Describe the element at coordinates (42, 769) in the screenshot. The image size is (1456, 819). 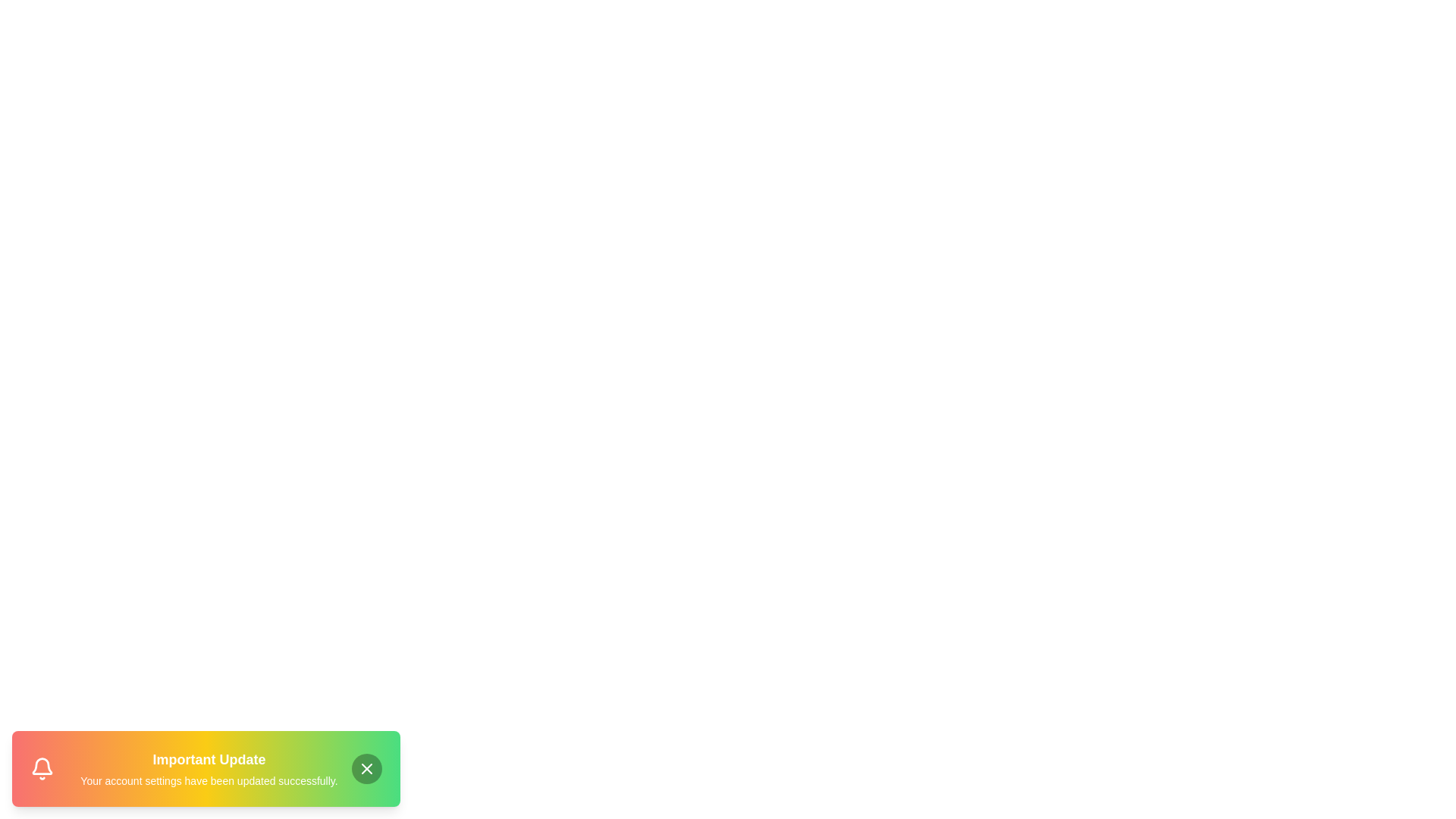
I see `the notification icon to interact with it` at that location.